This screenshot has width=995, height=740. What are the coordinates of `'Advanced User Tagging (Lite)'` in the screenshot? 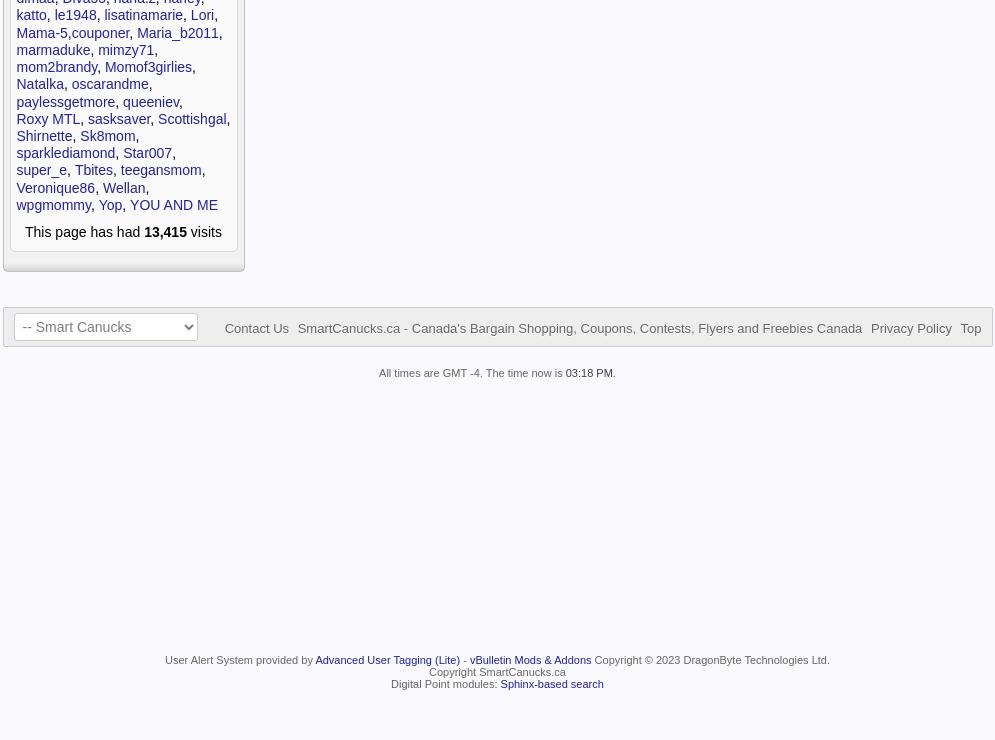 It's located at (387, 660).